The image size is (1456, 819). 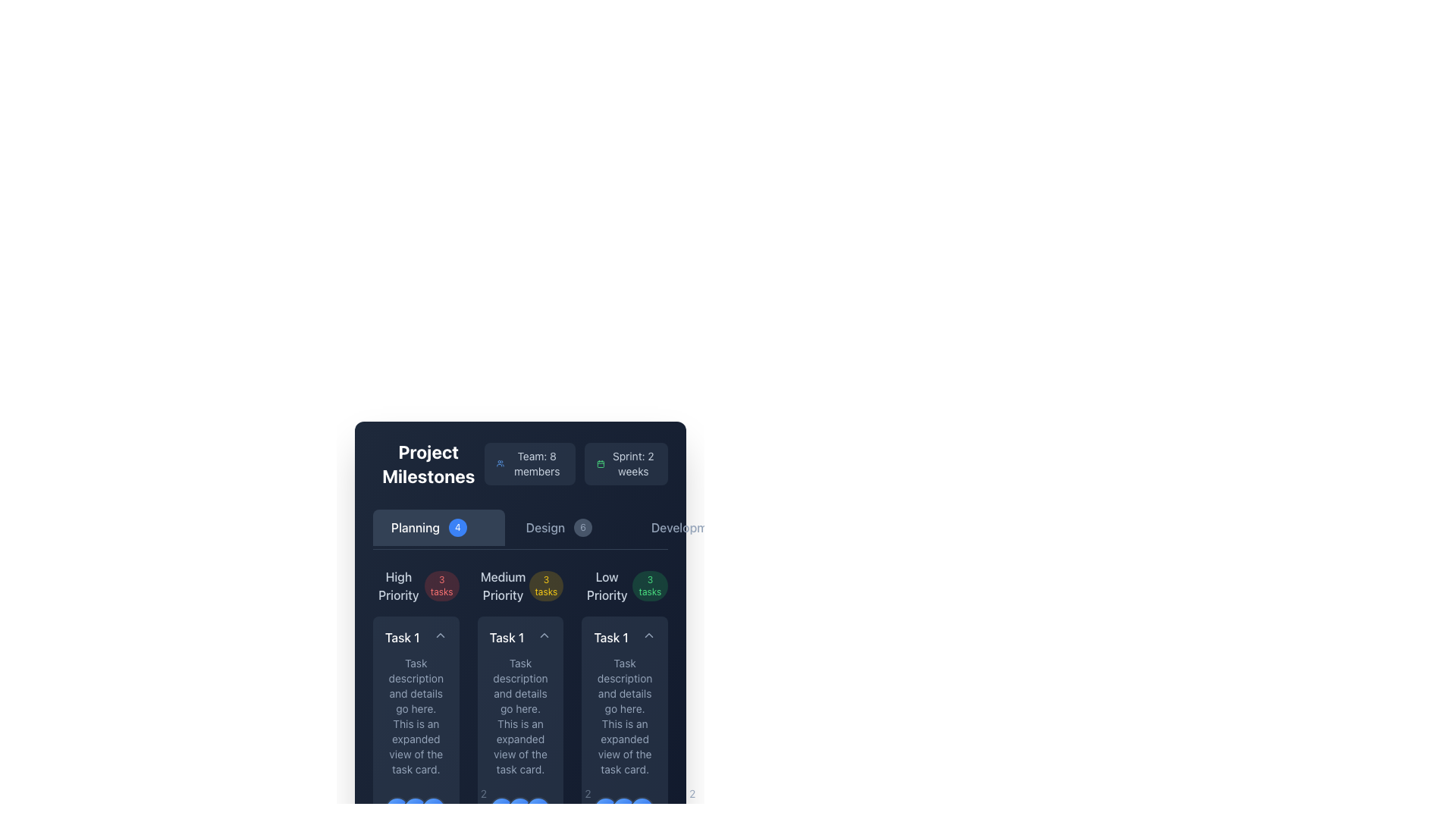 What do you see at coordinates (625, 637) in the screenshot?
I see `the text label representing the task title within the top header section of the task card` at bounding box center [625, 637].